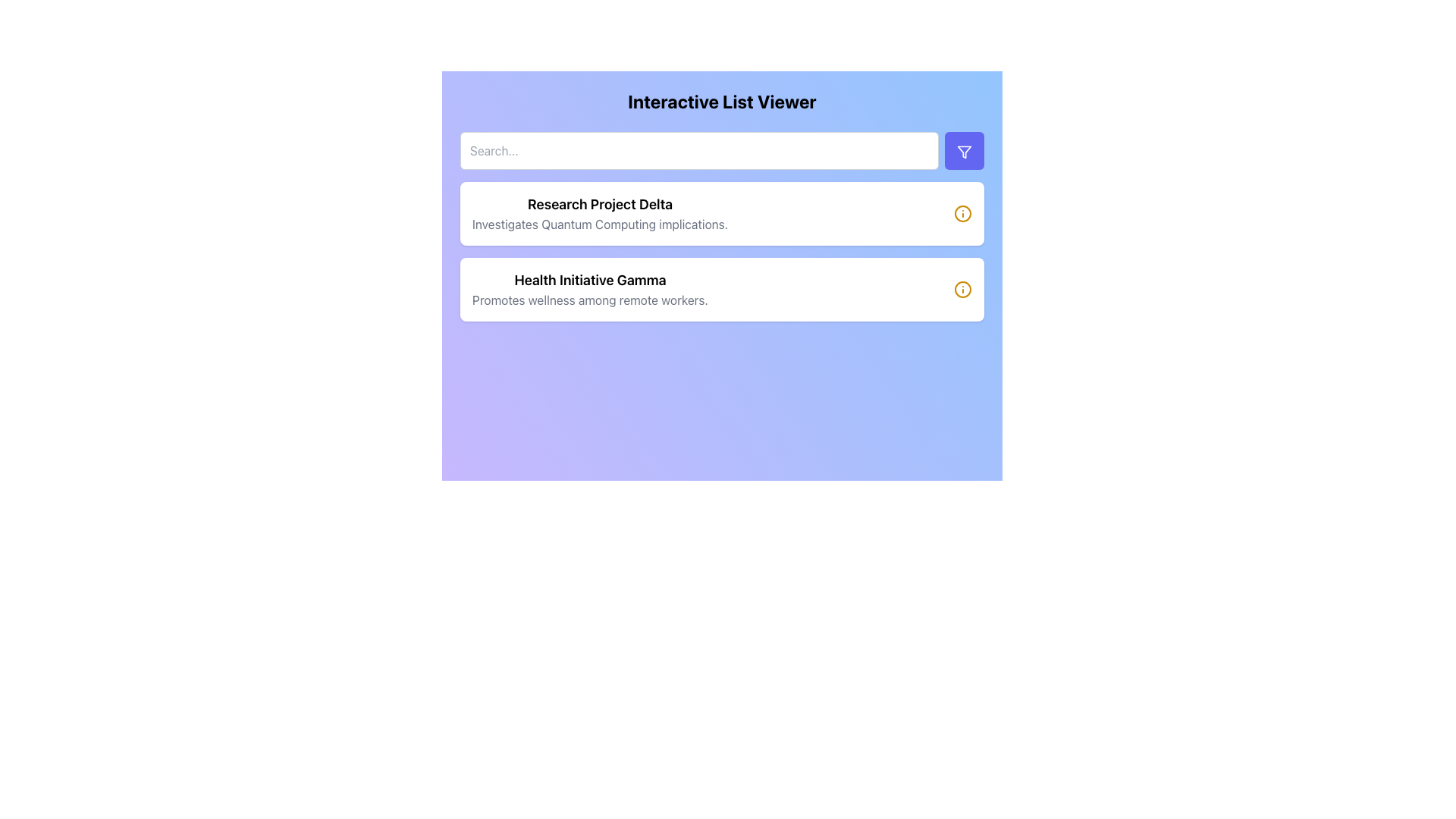 This screenshot has height=819, width=1456. Describe the element at coordinates (599, 224) in the screenshot. I see `the text element that contains the phrase 'Investigates Quantum Computing implications.' for accessibility` at that location.